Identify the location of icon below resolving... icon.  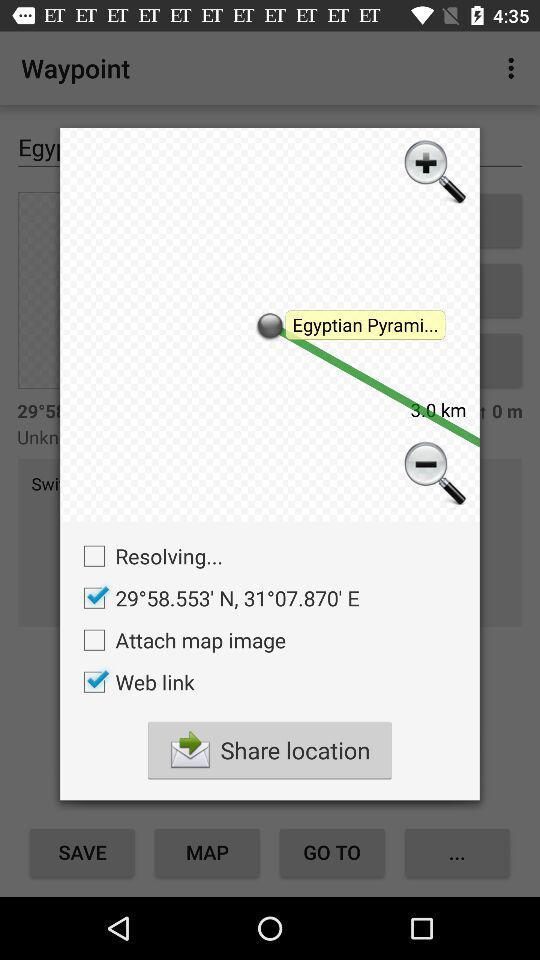
(215, 598).